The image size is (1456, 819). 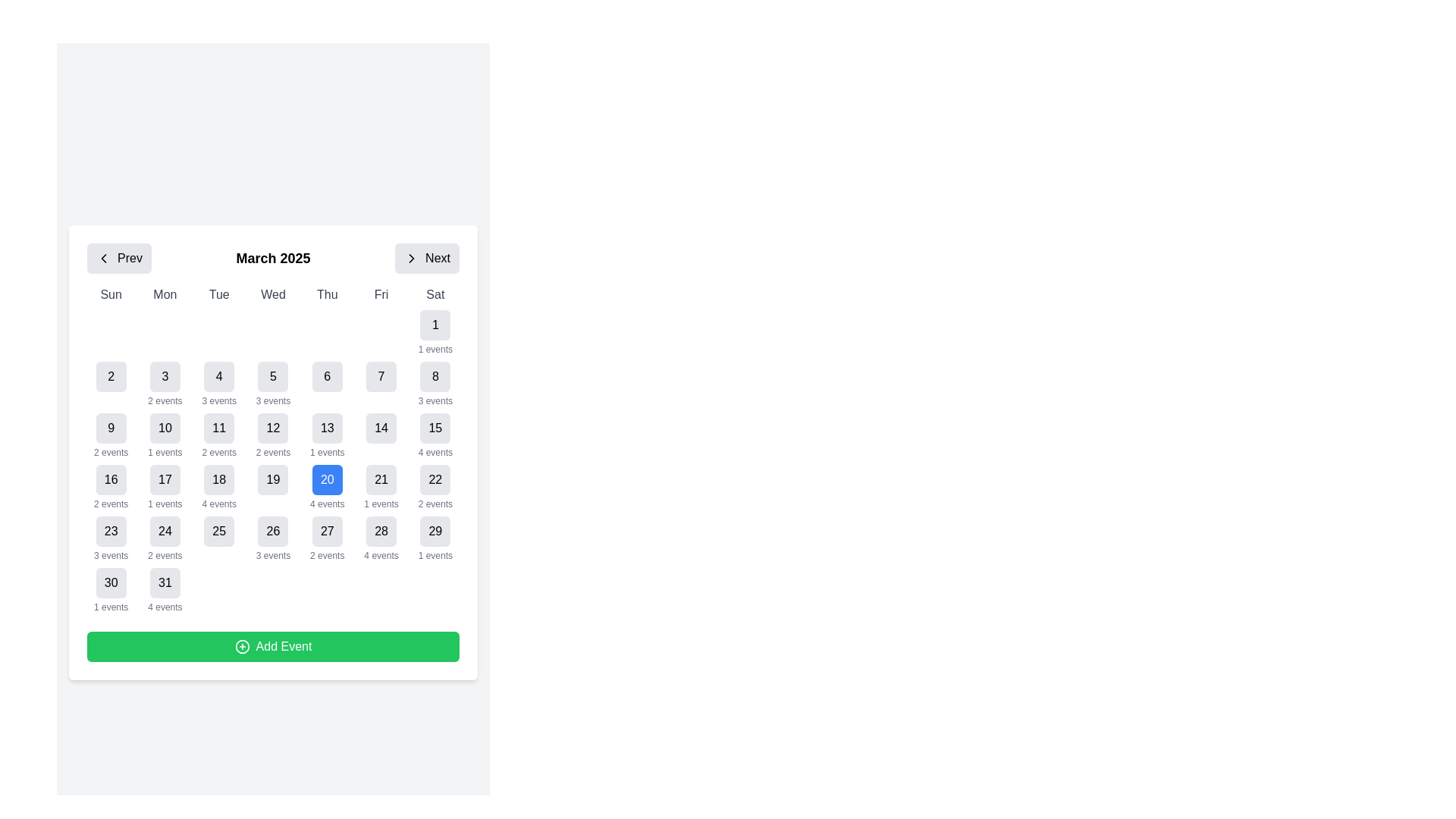 I want to click on the text label displaying '3 events' located below the number '8' in the calendar cell for March 8, 2025, if interactive elements are attached, so click(x=435, y=400).